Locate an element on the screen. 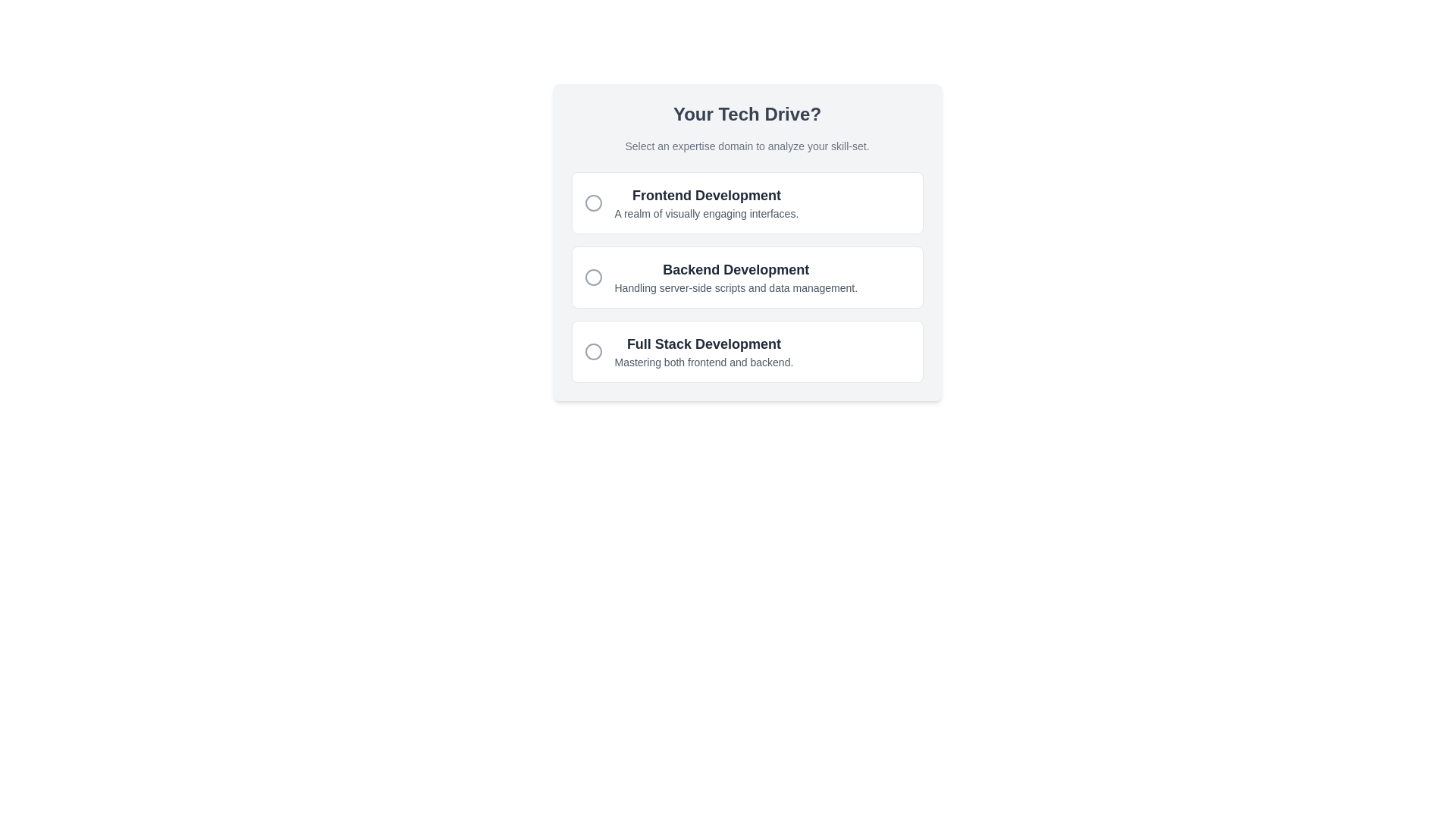 This screenshot has width=1456, height=819. the descriptive text label beneath 'Frontend Development' in the top-left quadrant of the central card layout, which provides additional information about the option is located at coordinates (705, 213).